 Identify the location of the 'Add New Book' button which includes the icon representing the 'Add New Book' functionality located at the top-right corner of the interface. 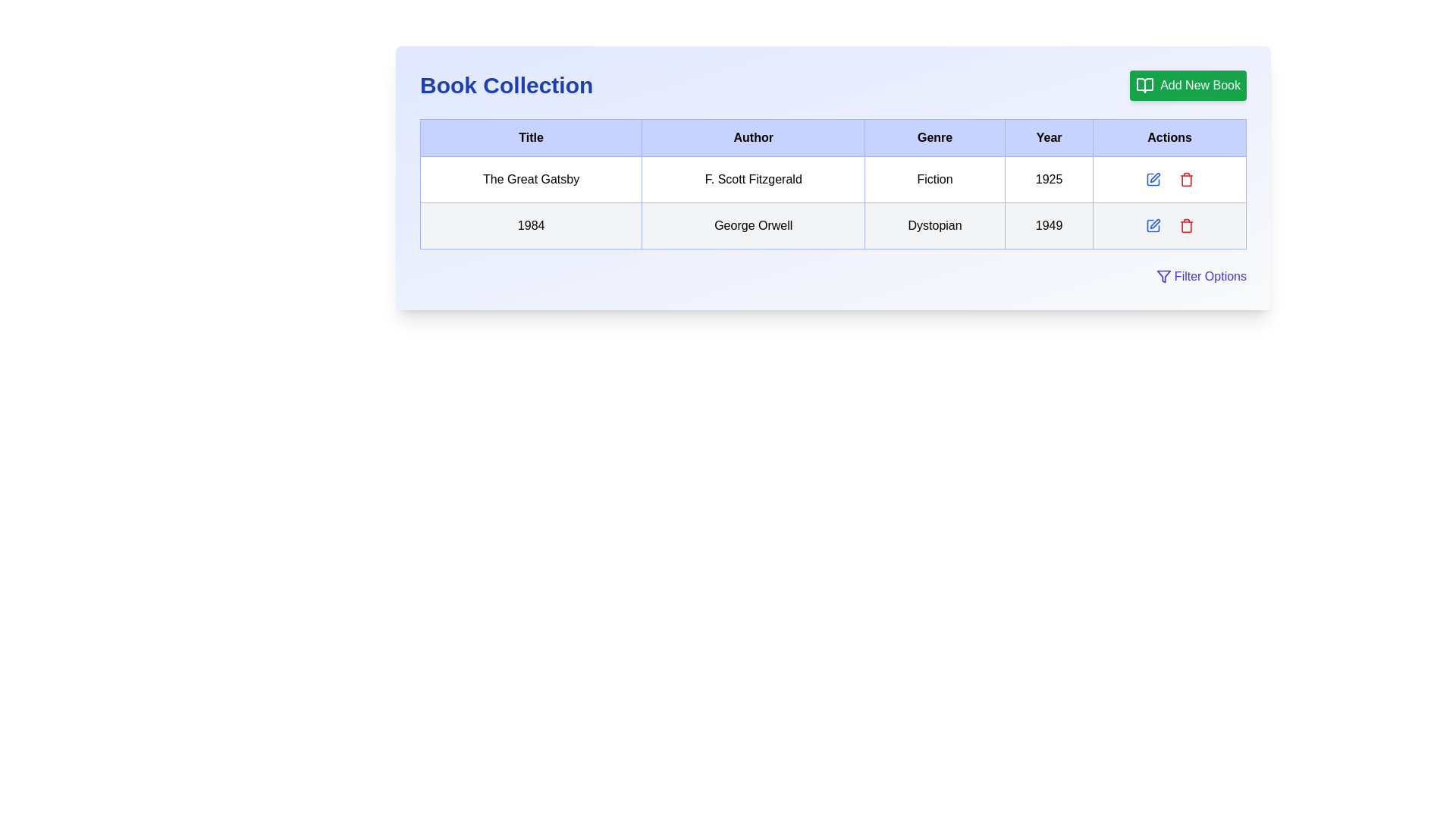
(1145, 85).